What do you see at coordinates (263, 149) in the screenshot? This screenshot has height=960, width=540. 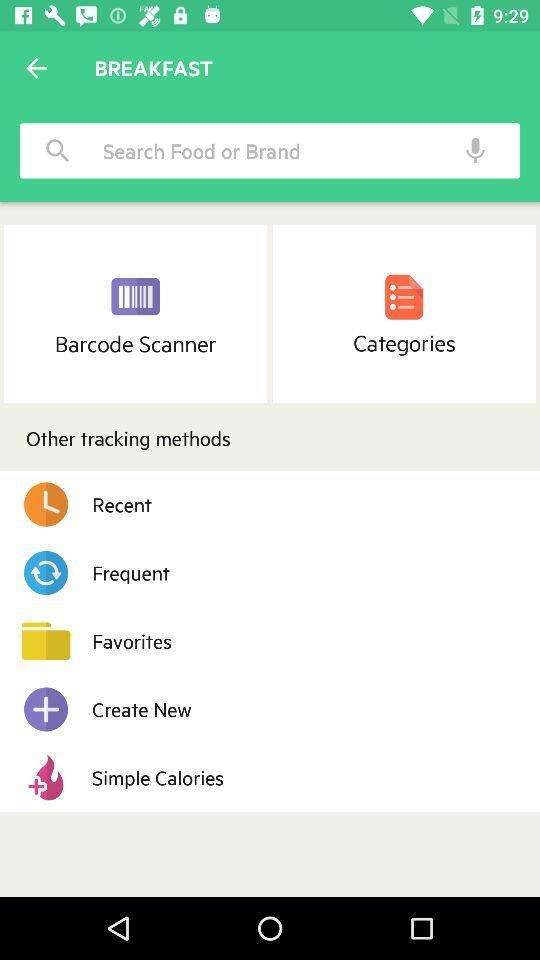 I see `the item below the breakfast icon` at bounding box center [263, 149].